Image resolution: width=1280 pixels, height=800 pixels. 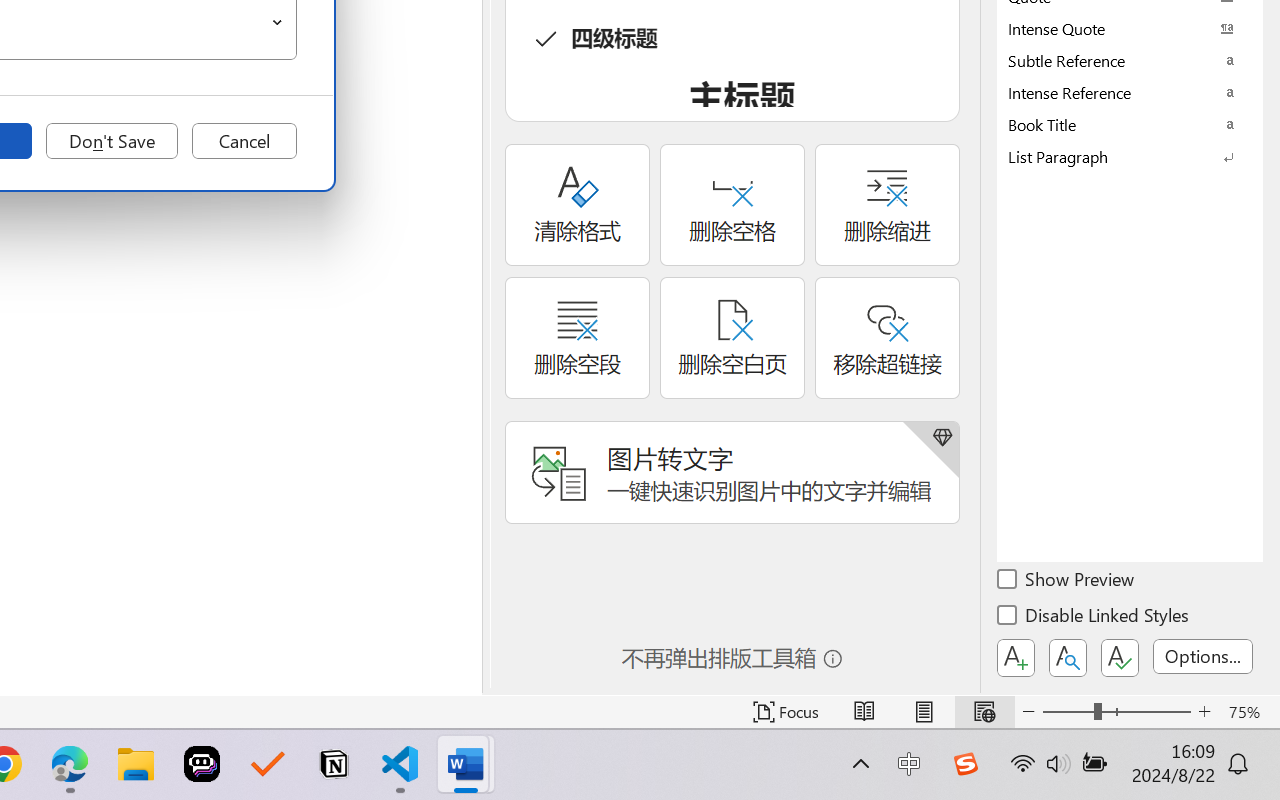 I want to click on 'Poe', so click(x=202, y=764).